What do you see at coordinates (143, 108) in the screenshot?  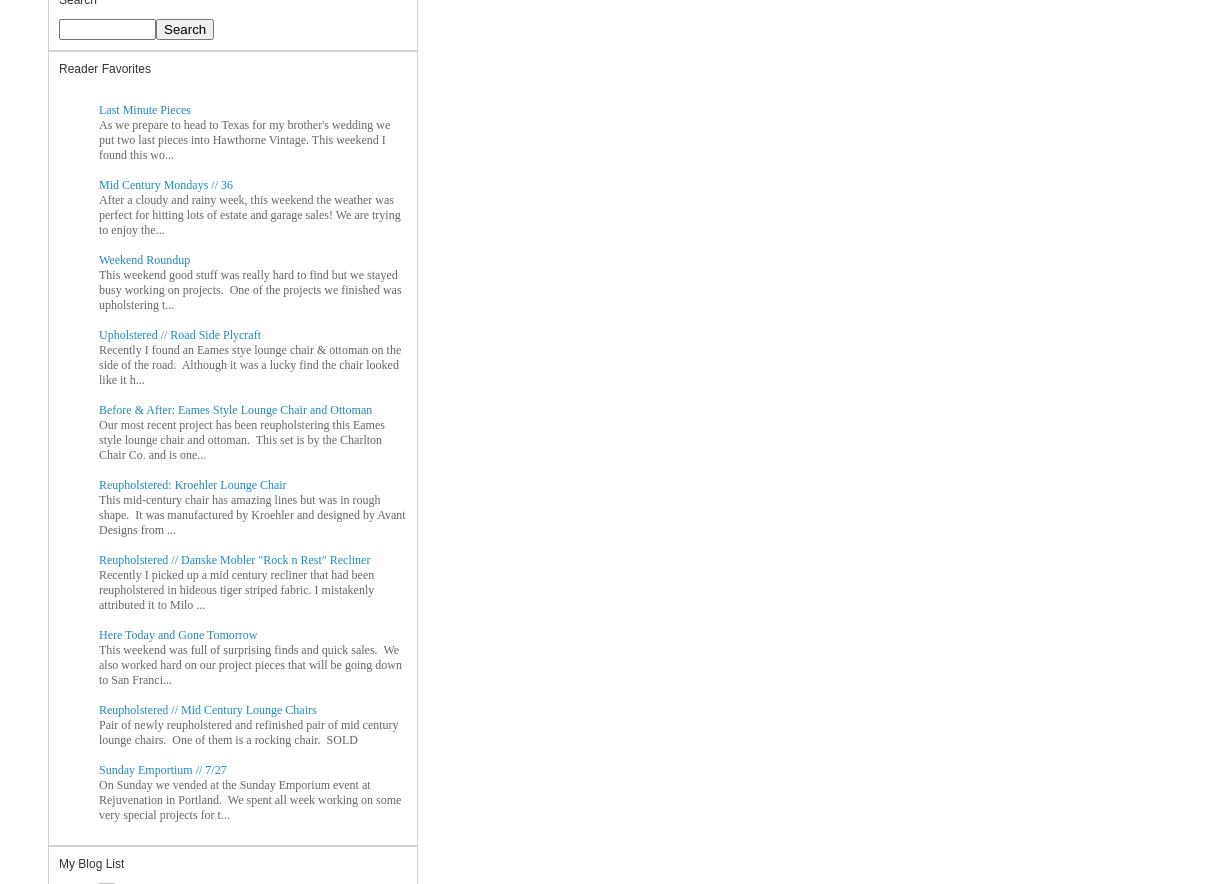 I see `'Last Minute Pieces'` at bounding box center [143, 108].